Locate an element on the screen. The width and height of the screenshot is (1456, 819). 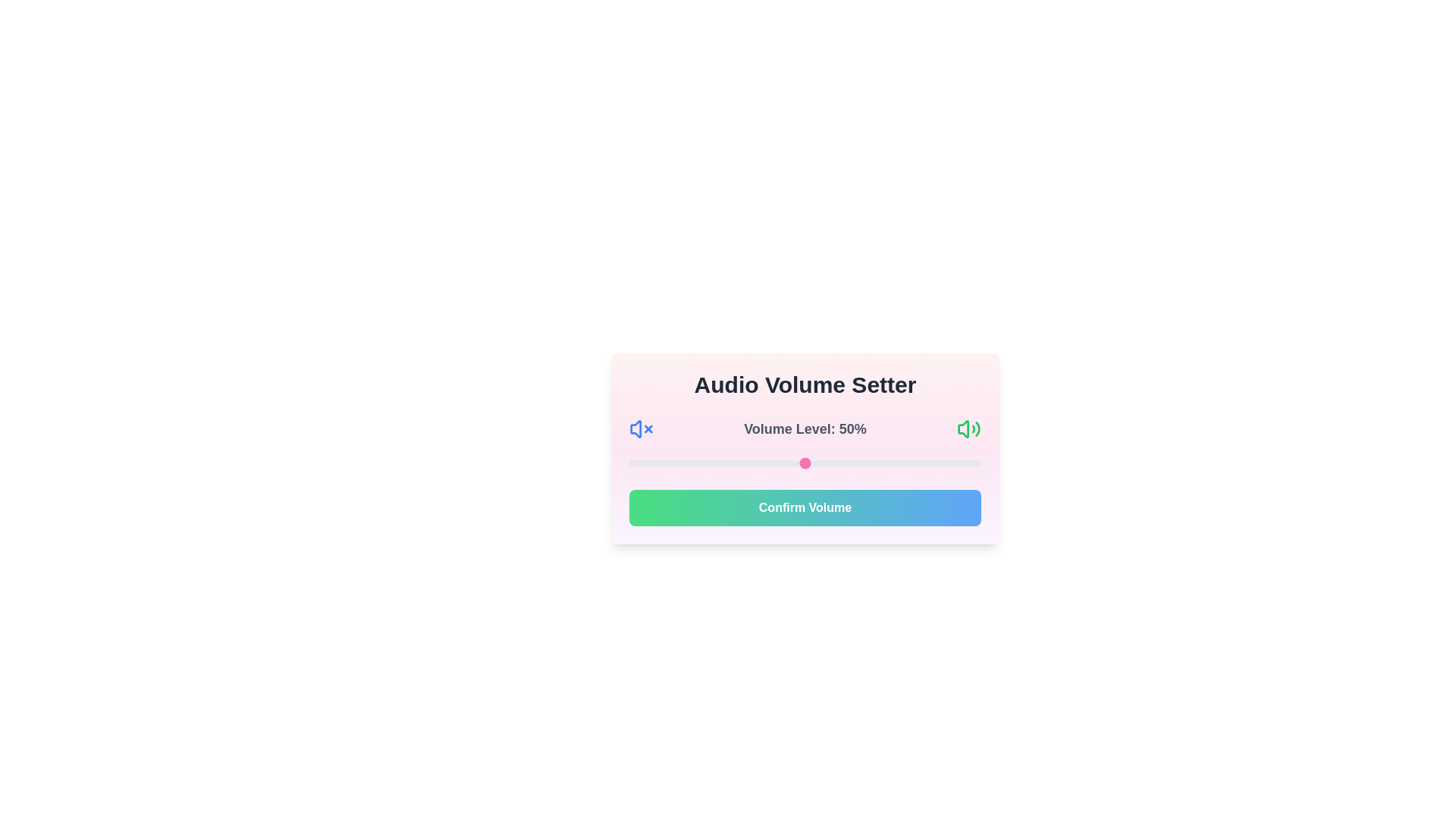
the volume is located at coordinates (657, 462).